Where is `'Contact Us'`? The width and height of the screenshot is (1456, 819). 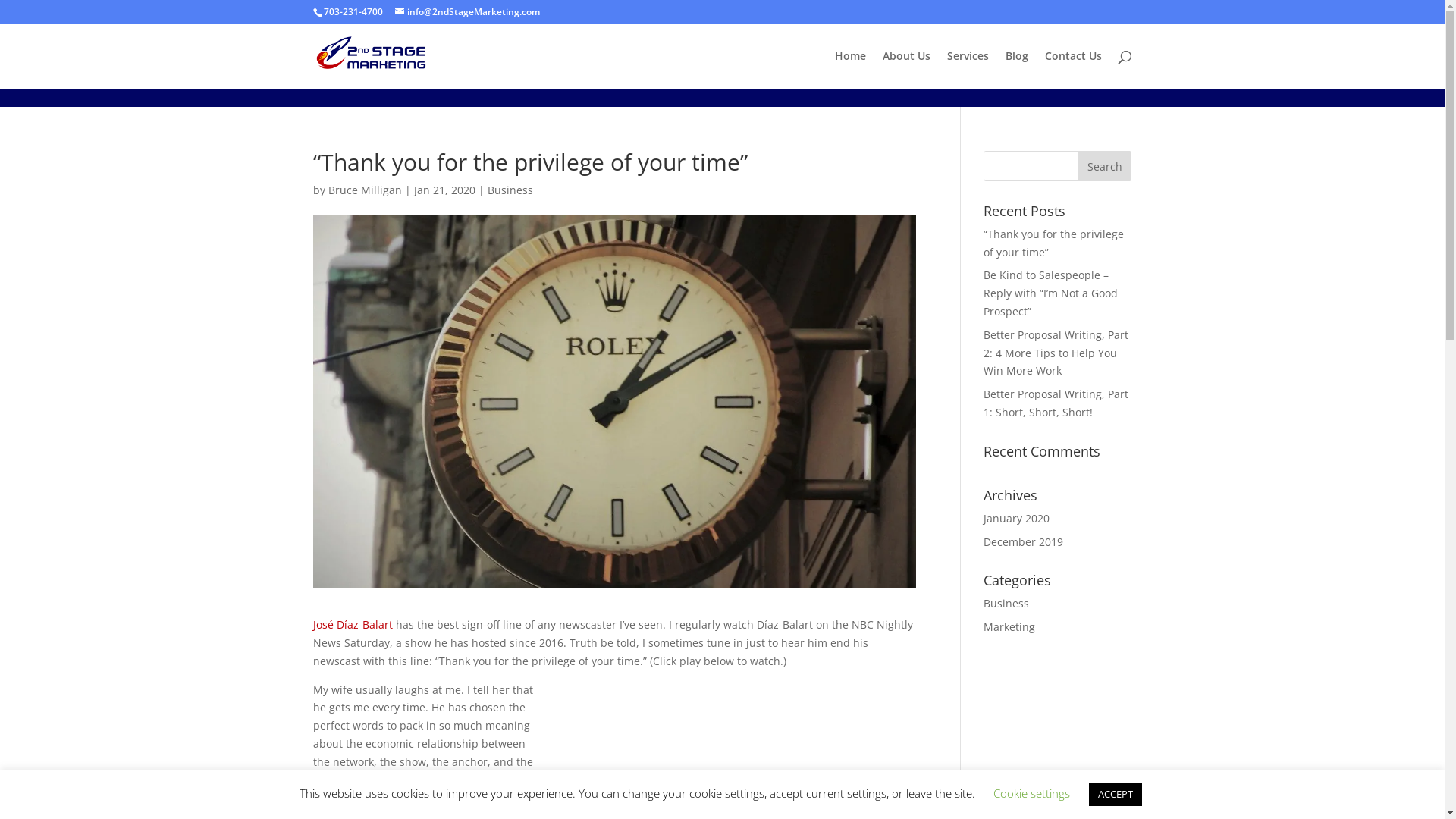
'Contact Us' is located at coordinates (1043, 70).